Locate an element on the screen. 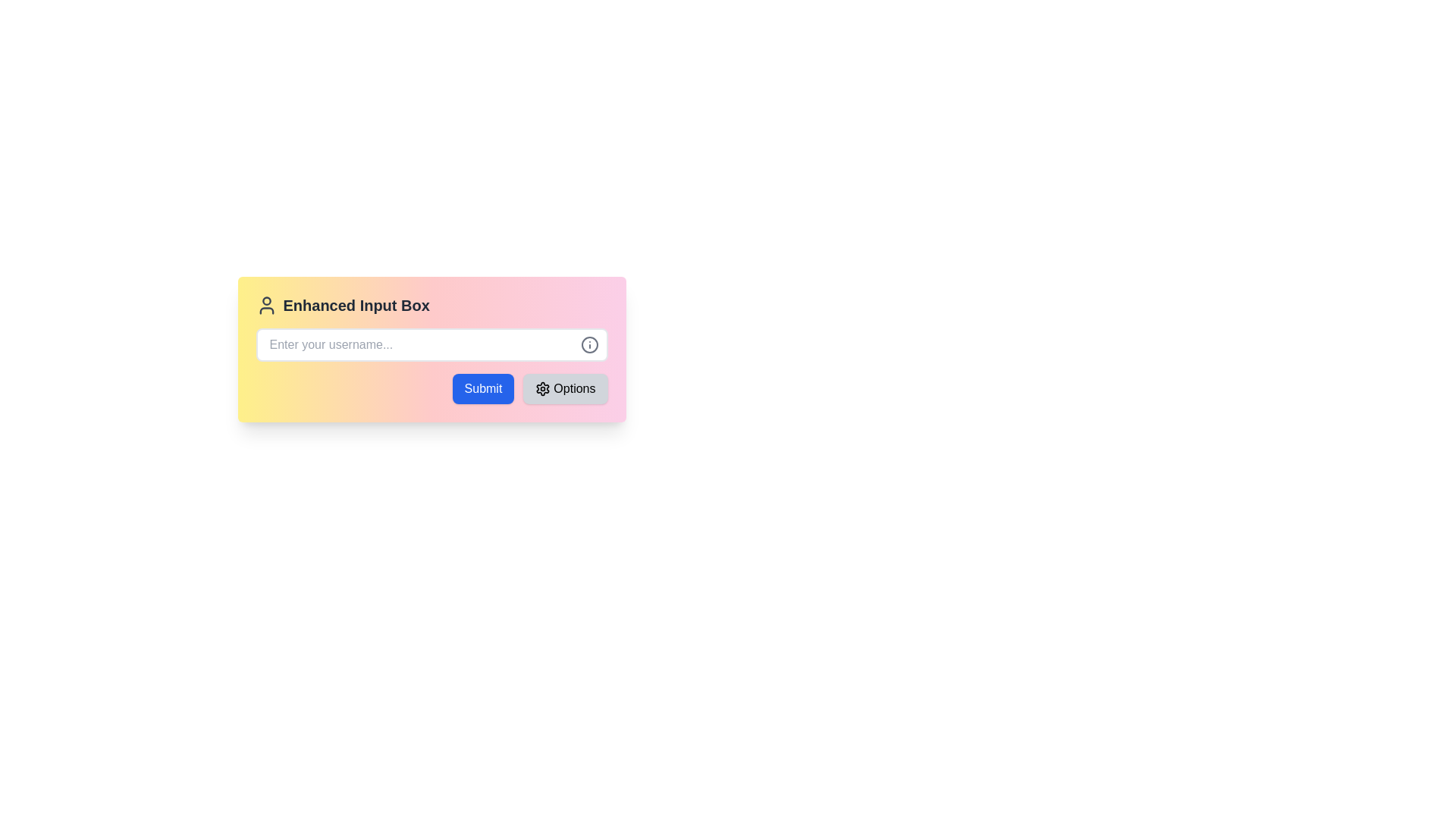 This screenshot has width=1456, height=819. the user/account icon located at the leftmost end of the 'Enhanced Input Box' header, adjacent to the text is located at coordinates (266, 305).